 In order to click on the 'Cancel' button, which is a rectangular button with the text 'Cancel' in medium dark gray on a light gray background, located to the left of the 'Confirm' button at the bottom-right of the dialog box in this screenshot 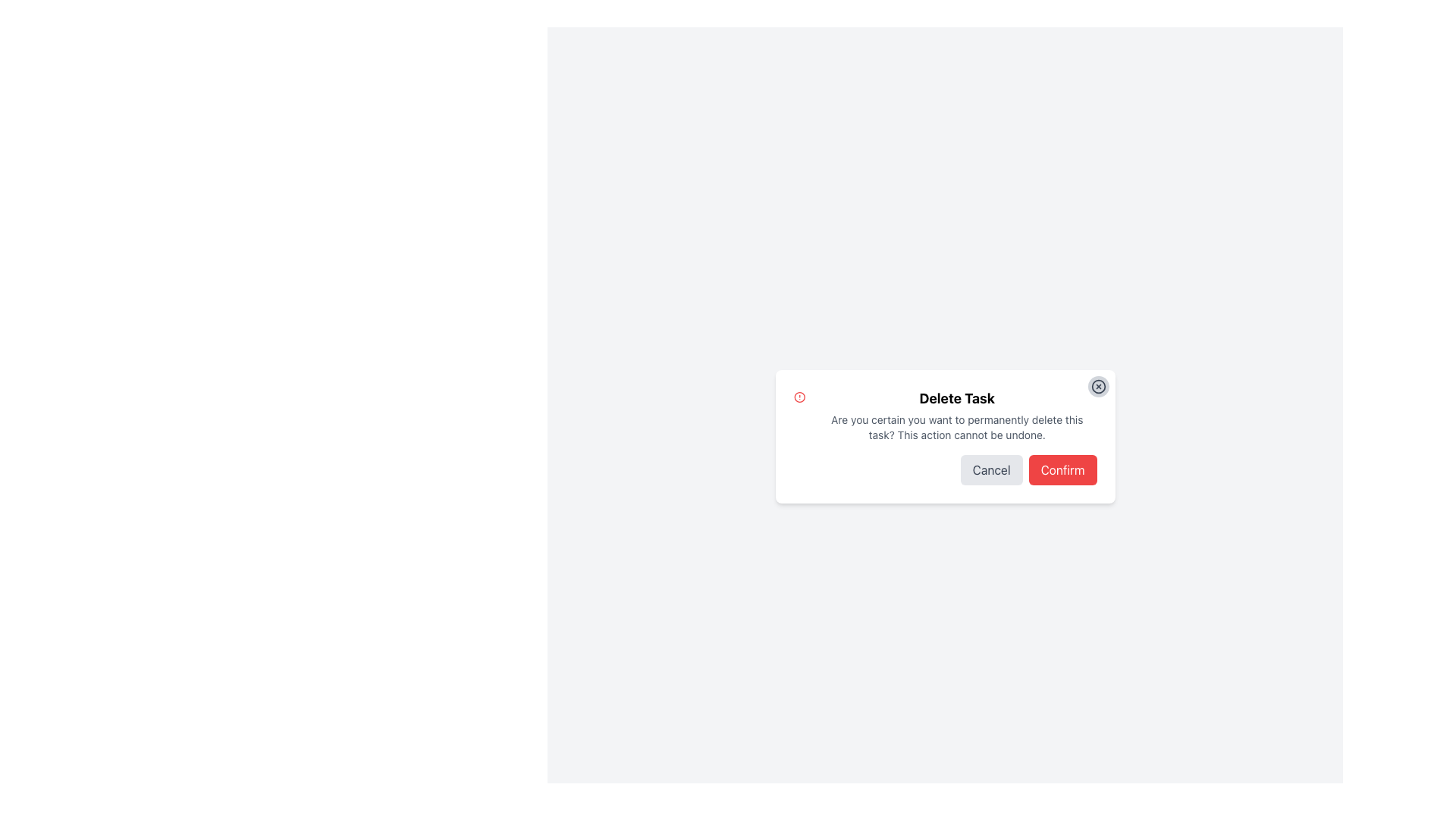, I will do `click(991, 469)`.